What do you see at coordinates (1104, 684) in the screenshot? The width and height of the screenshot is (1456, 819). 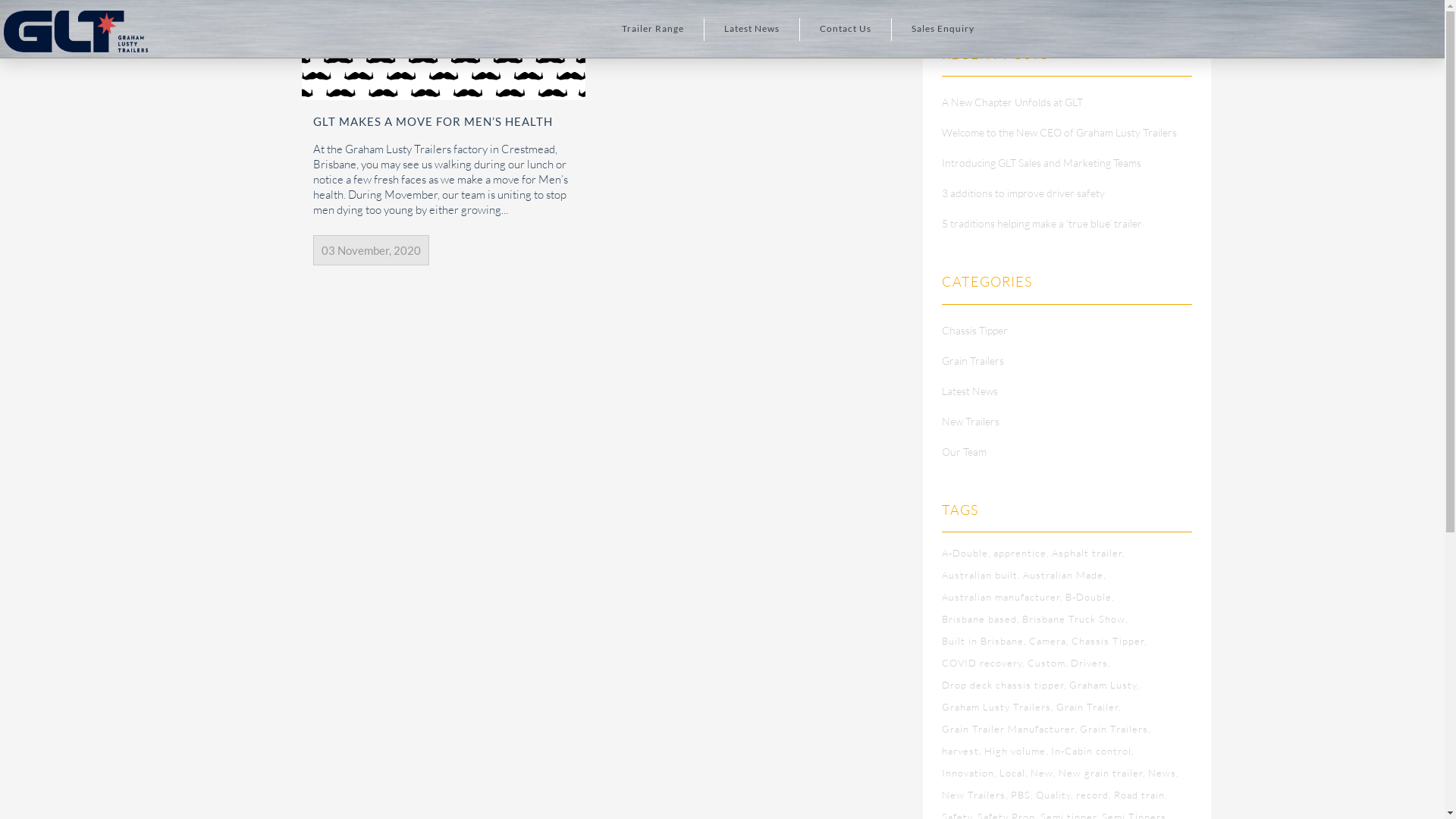 I see `'Graham Lusty'` at bounding box center [1104, 684].